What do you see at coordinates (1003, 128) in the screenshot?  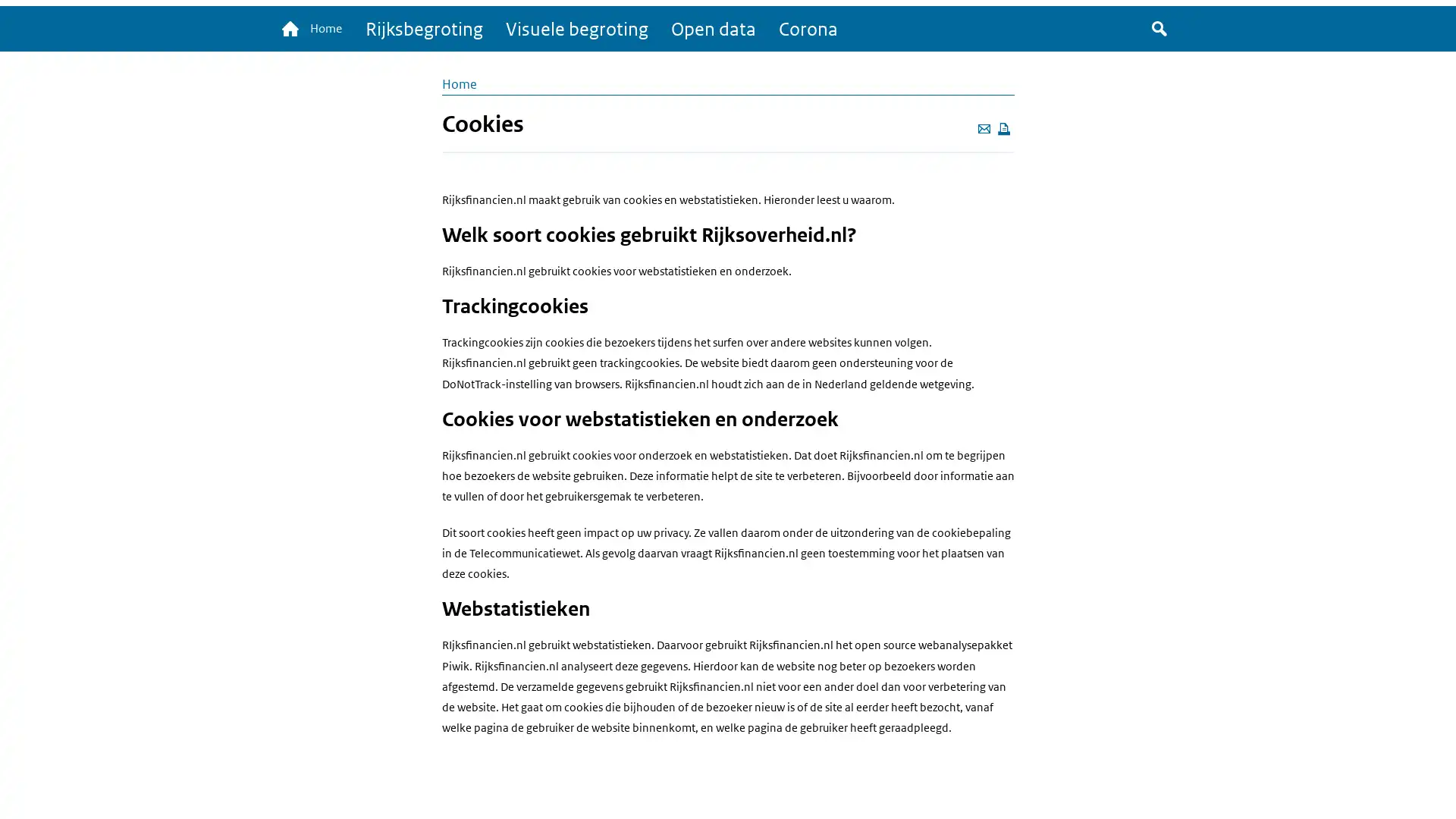 I see `Deze pagina afdrukken` at bounding box center [1003, 128].